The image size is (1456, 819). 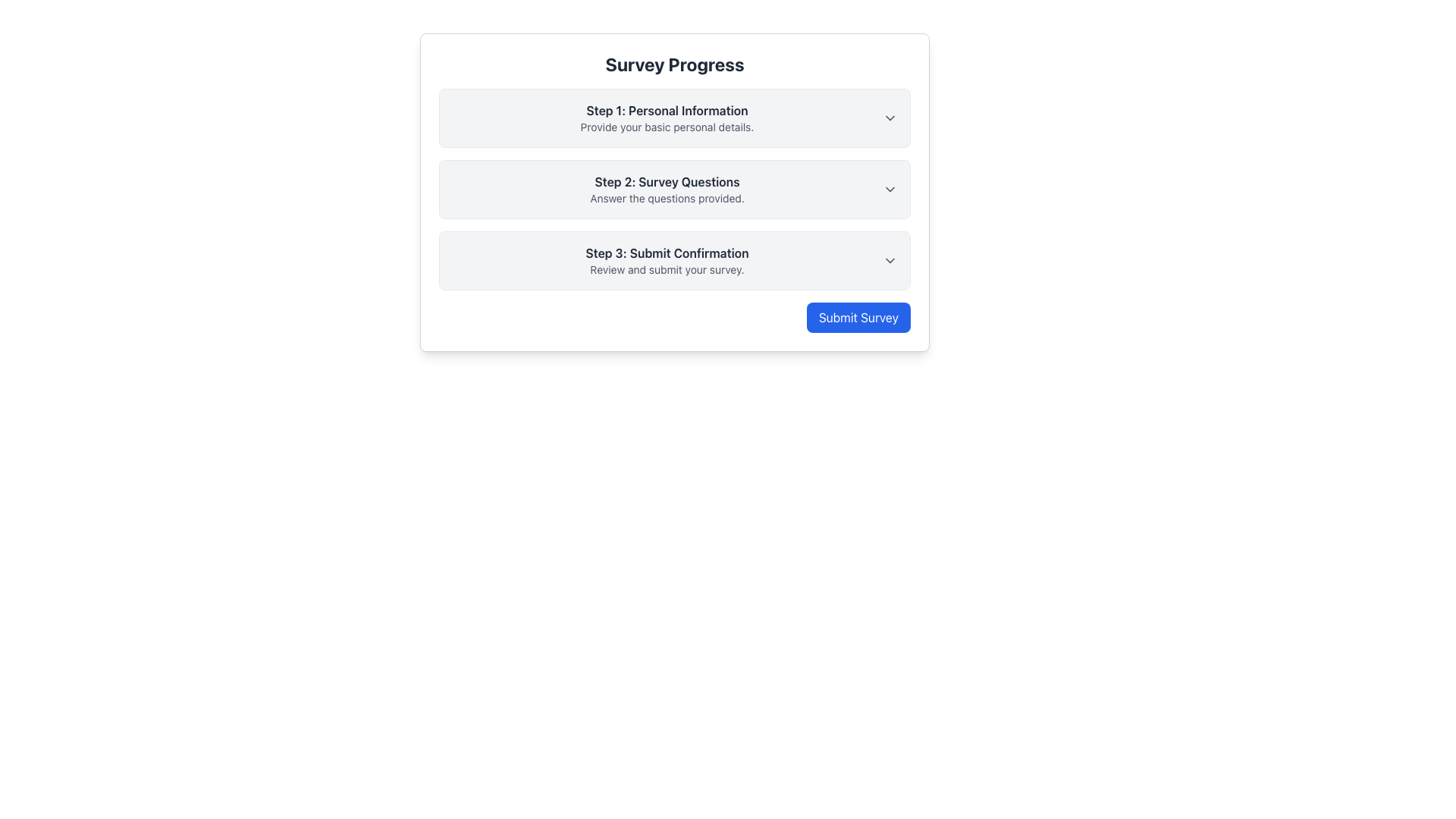 I want to click on the informational text section titled 'Step 2: Survey Questions' located centrally between the 'Survey Progress' header and the 'Submit Survey' button, so click(x=673, y=192).